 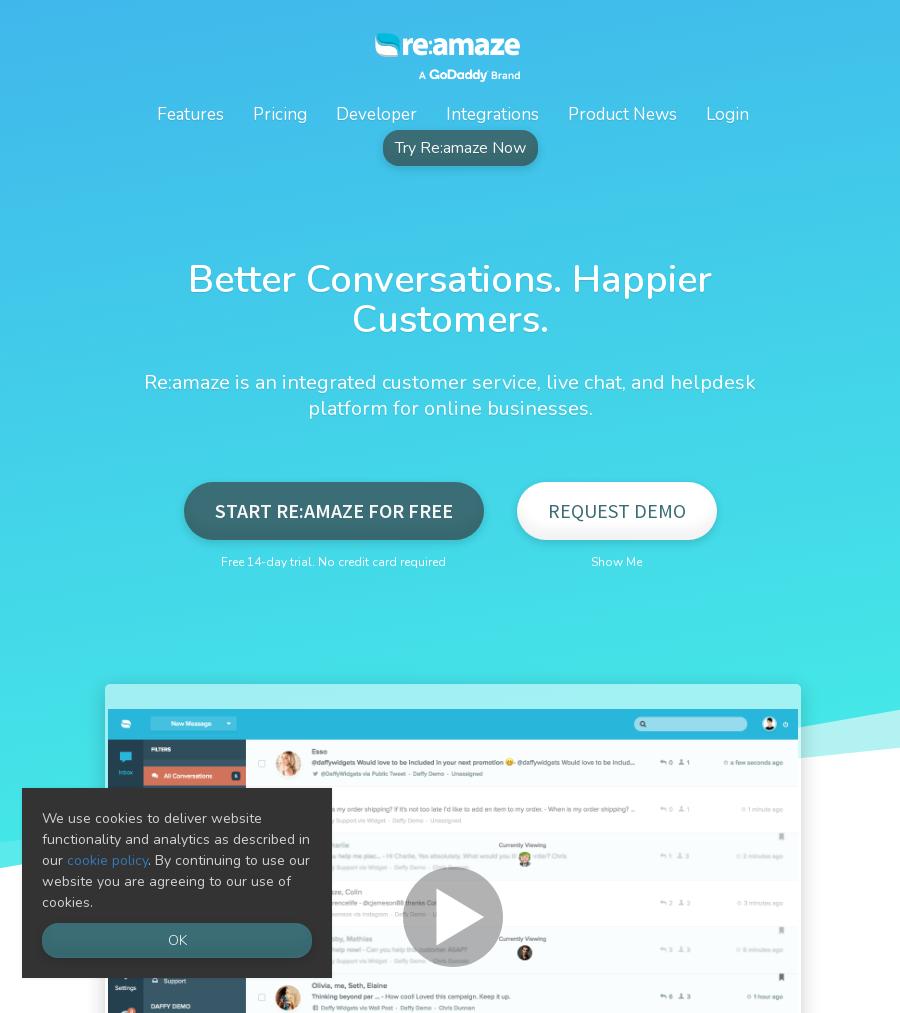 I want to click on 'Start Re:amaze for free', so click(x=332, y=510).